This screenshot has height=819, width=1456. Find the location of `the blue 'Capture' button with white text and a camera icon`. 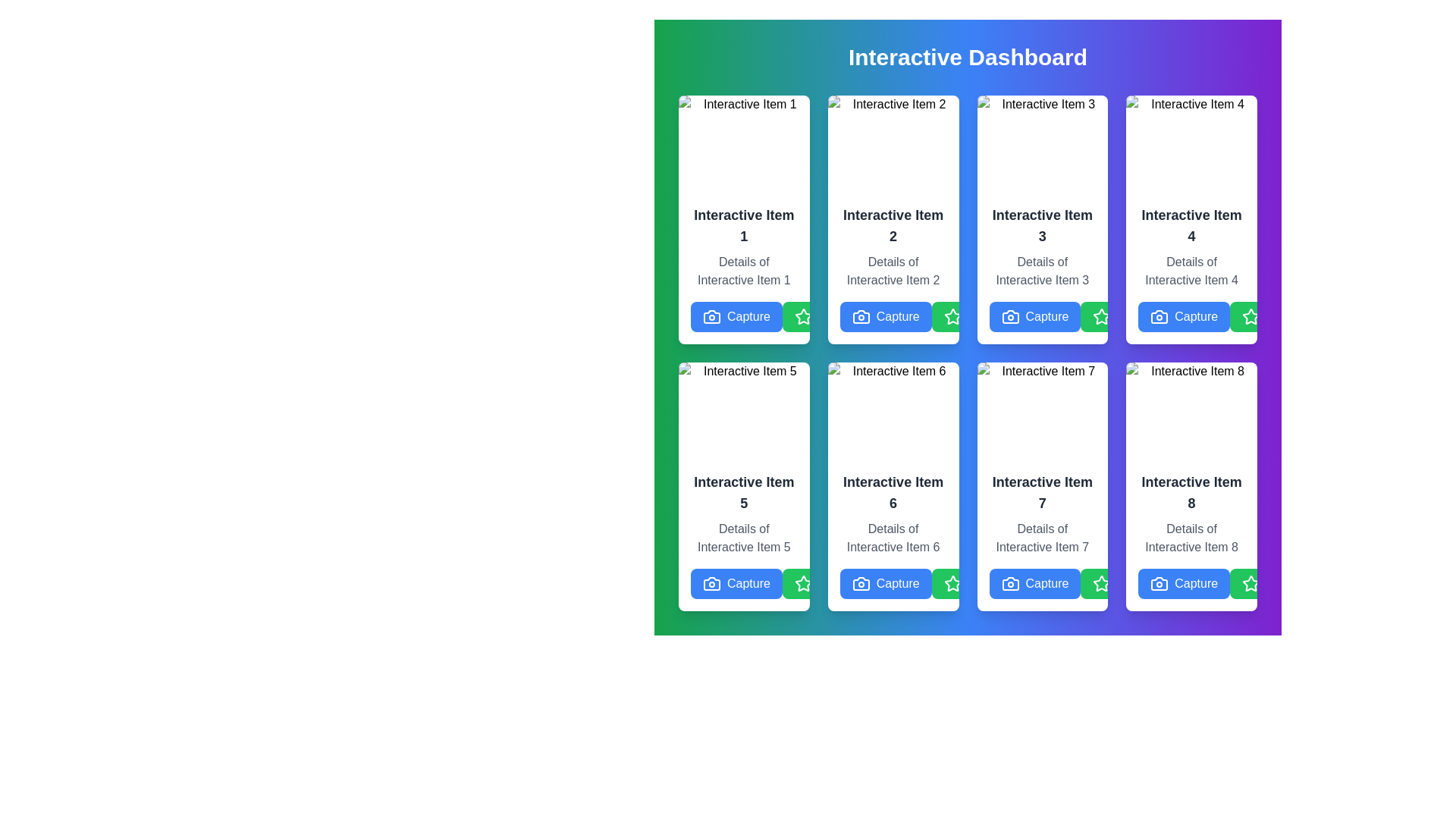

the blue 'Capture' button with white text and a camera icon is located at coordinates (893, 315).